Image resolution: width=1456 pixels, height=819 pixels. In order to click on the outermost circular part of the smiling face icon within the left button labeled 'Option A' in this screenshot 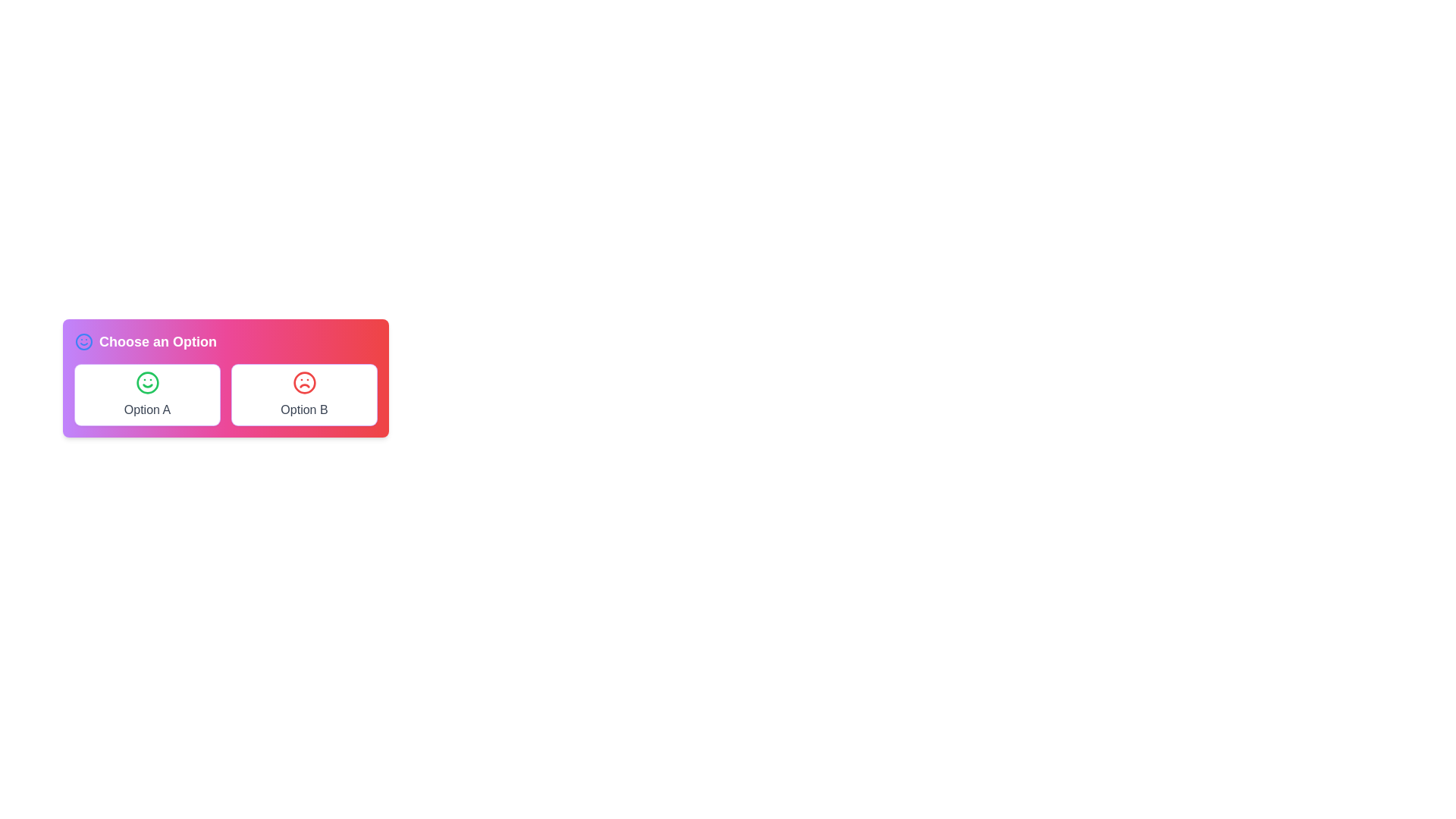, I will do `click(147, 382)`.